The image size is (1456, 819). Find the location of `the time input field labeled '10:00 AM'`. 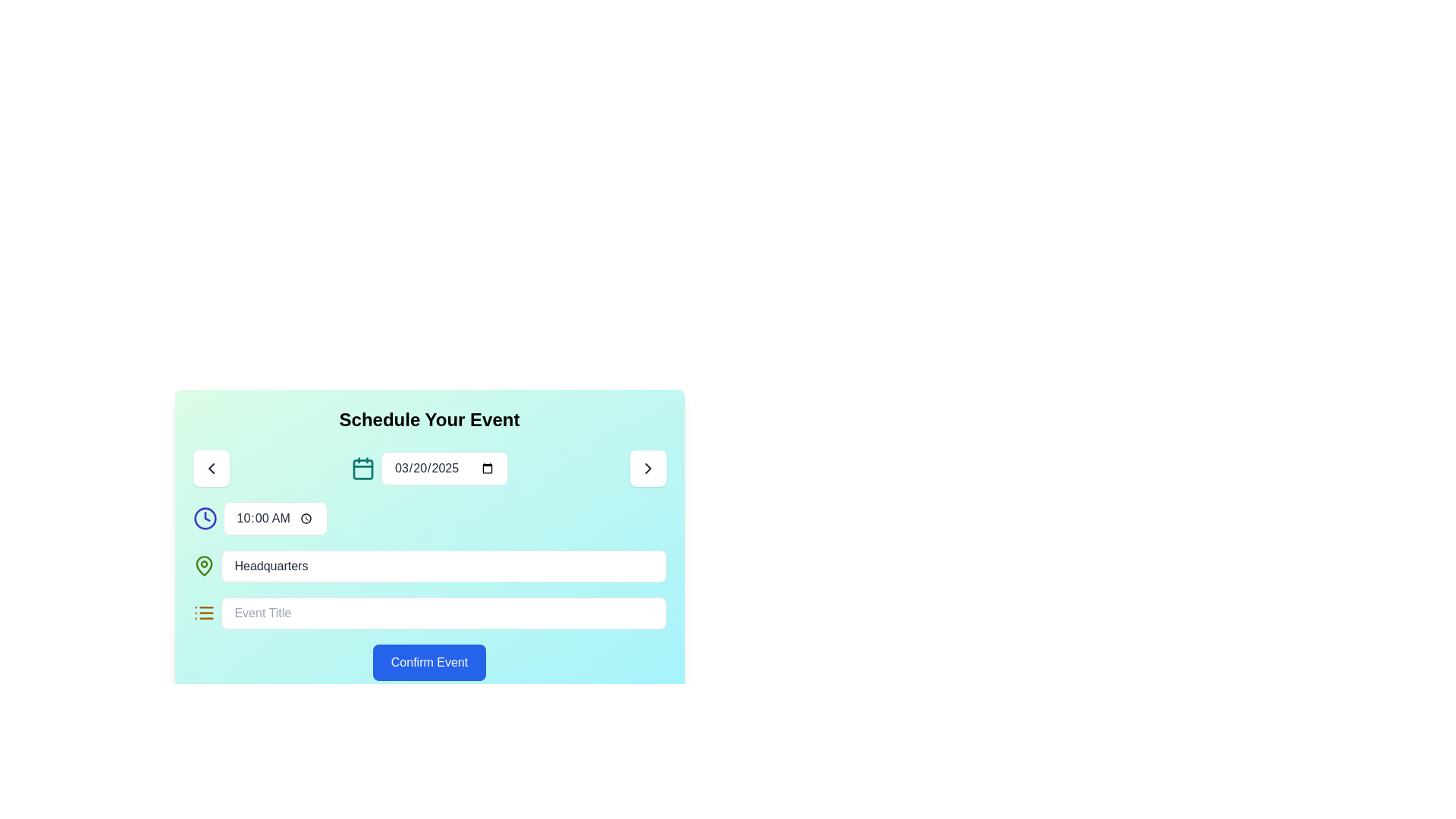

the time input field labeled '10:00 AM' is located at coordinates (275, 517).